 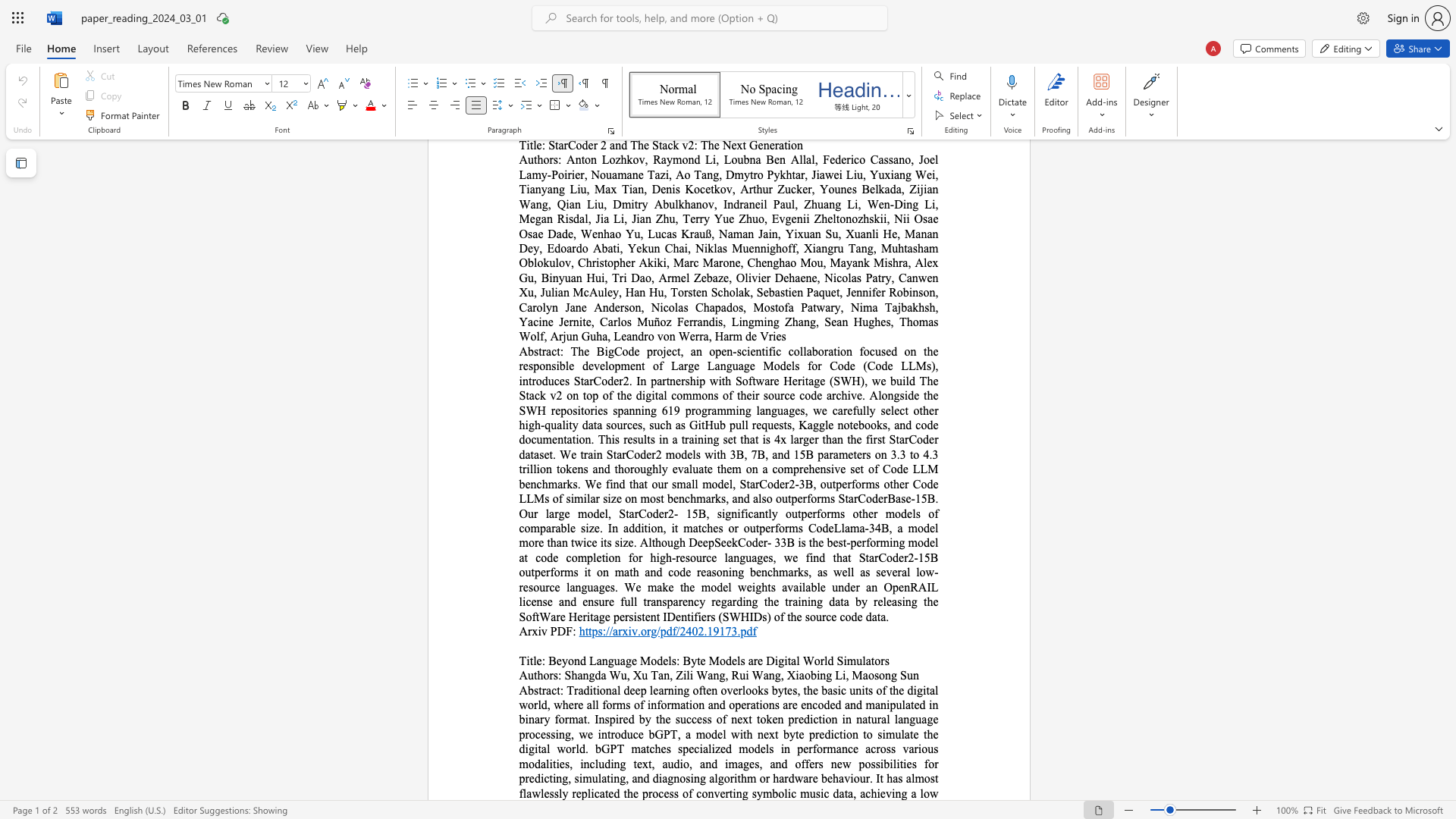 What do you see at coordinates (717, 733) in the screenshot?
I see `the subset text "el with next byte prediction to simulate the digital world. bGPT matches specialized models i" within the text "Traditional deep learning often overlooks bytes, the basic units of the digital world, where all forms of information and operations are encoded and manipulated in binary format. Inspired by the success of next token prediction in natural language processing, we introduce bGPT, a model with next byte prediction to simulate the digital world. bGPT matches specialized models in performance across various modalities, including text, audio, and images, and offers new possibilities for predicting, simulating, and diagnosing algorithm or hardware behaviour. It has almost flawlessly"` at bounding box center [717, 733].